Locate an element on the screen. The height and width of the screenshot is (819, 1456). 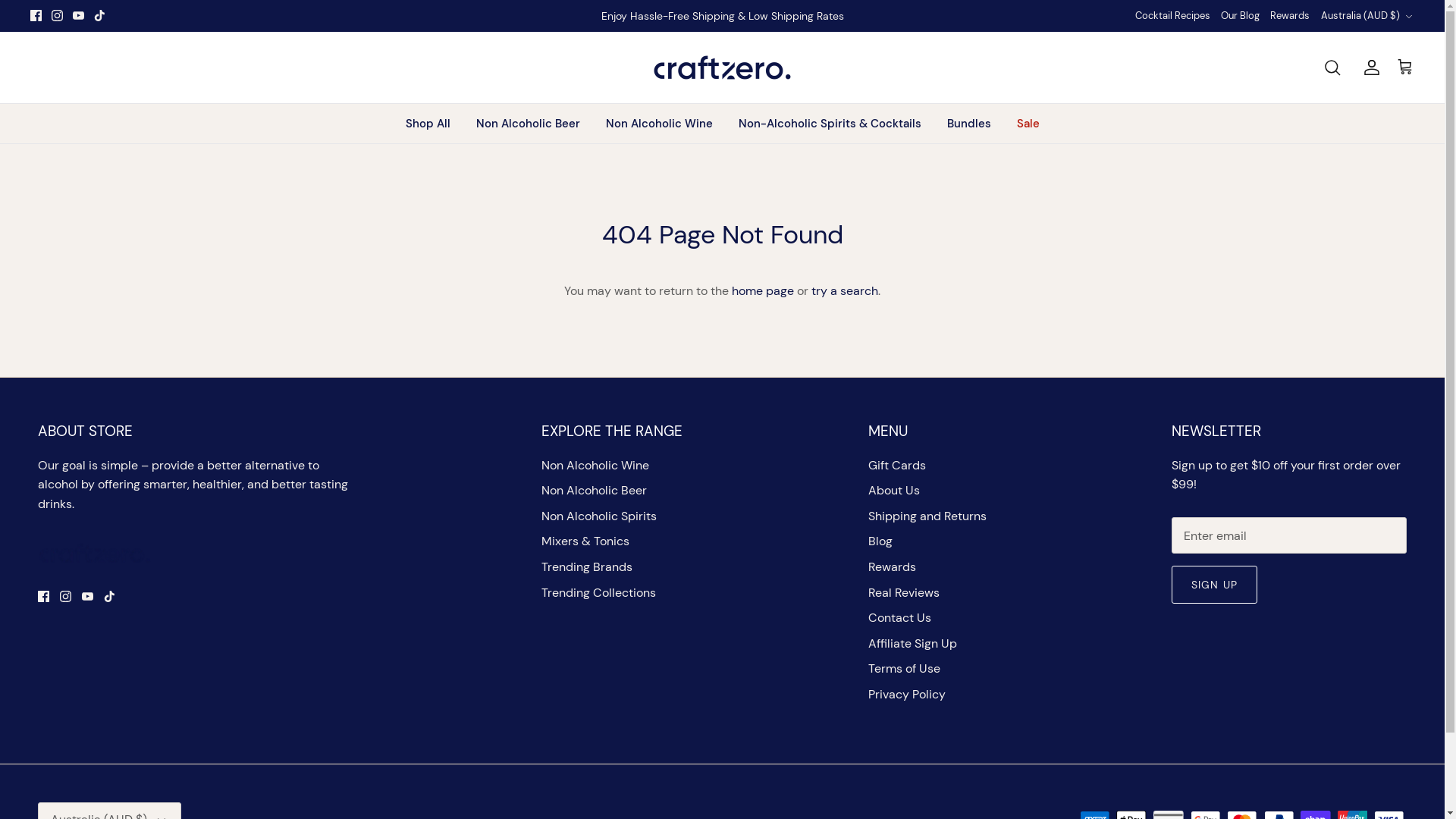
'Terms of Use' is located at coordinates (904, 667).